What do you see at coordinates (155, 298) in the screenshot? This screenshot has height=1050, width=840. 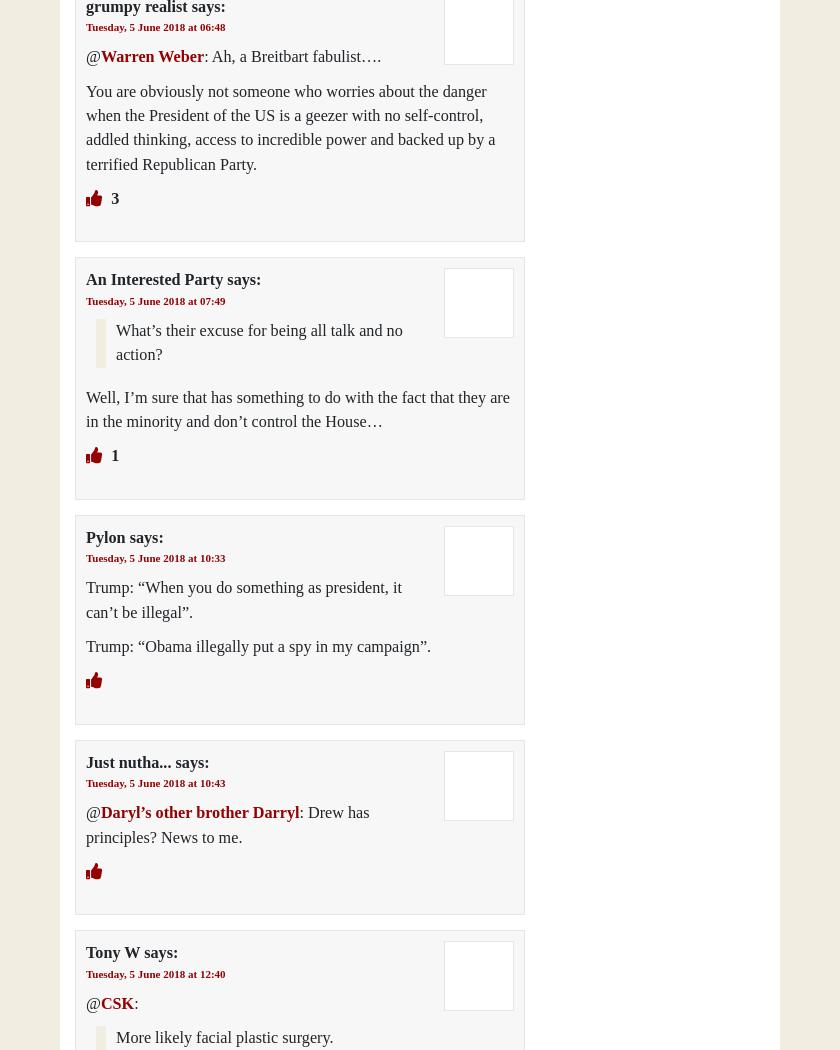 I see `'Tuesday, 5 June 2018 at 07:49'` at bounding box center [155, 298].